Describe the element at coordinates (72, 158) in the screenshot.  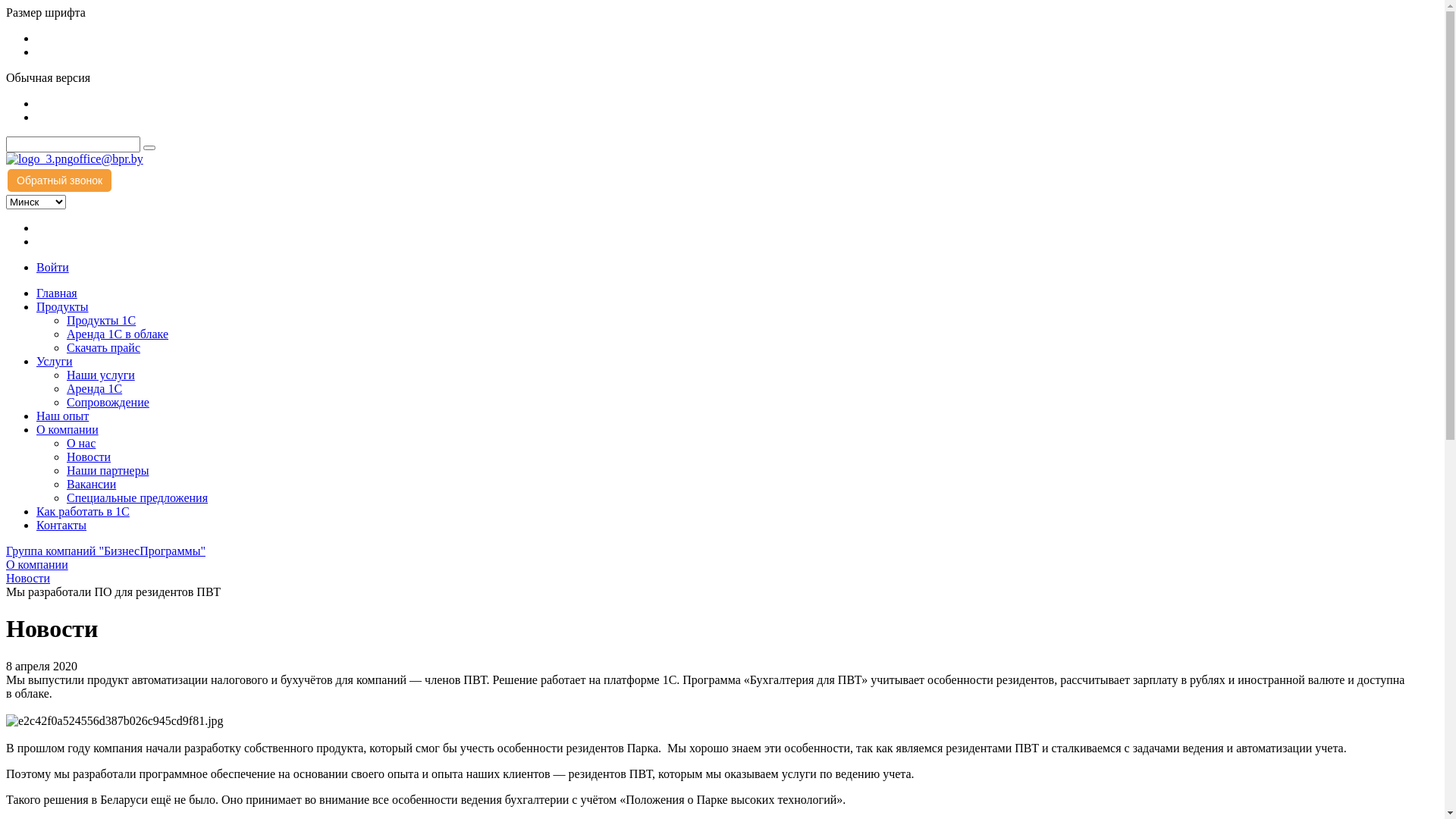
I see `'office@bpr.by'` at that location.